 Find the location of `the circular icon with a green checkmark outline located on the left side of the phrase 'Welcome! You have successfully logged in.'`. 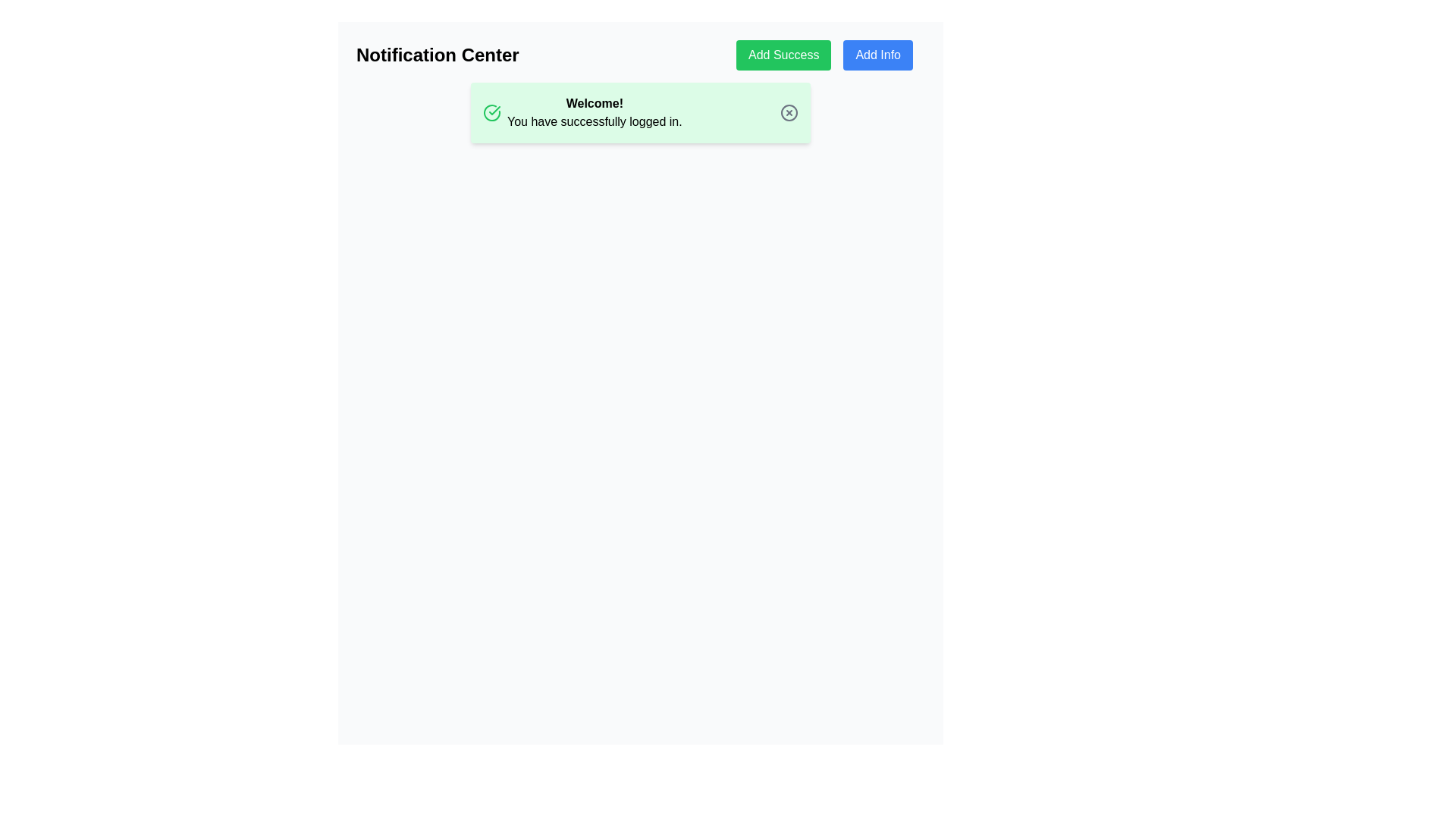

the circular icon with a green checkmark outline located on the left side of the phrase 'Welcome! You have successfully logged in.' is located at coordinates (491, 112).